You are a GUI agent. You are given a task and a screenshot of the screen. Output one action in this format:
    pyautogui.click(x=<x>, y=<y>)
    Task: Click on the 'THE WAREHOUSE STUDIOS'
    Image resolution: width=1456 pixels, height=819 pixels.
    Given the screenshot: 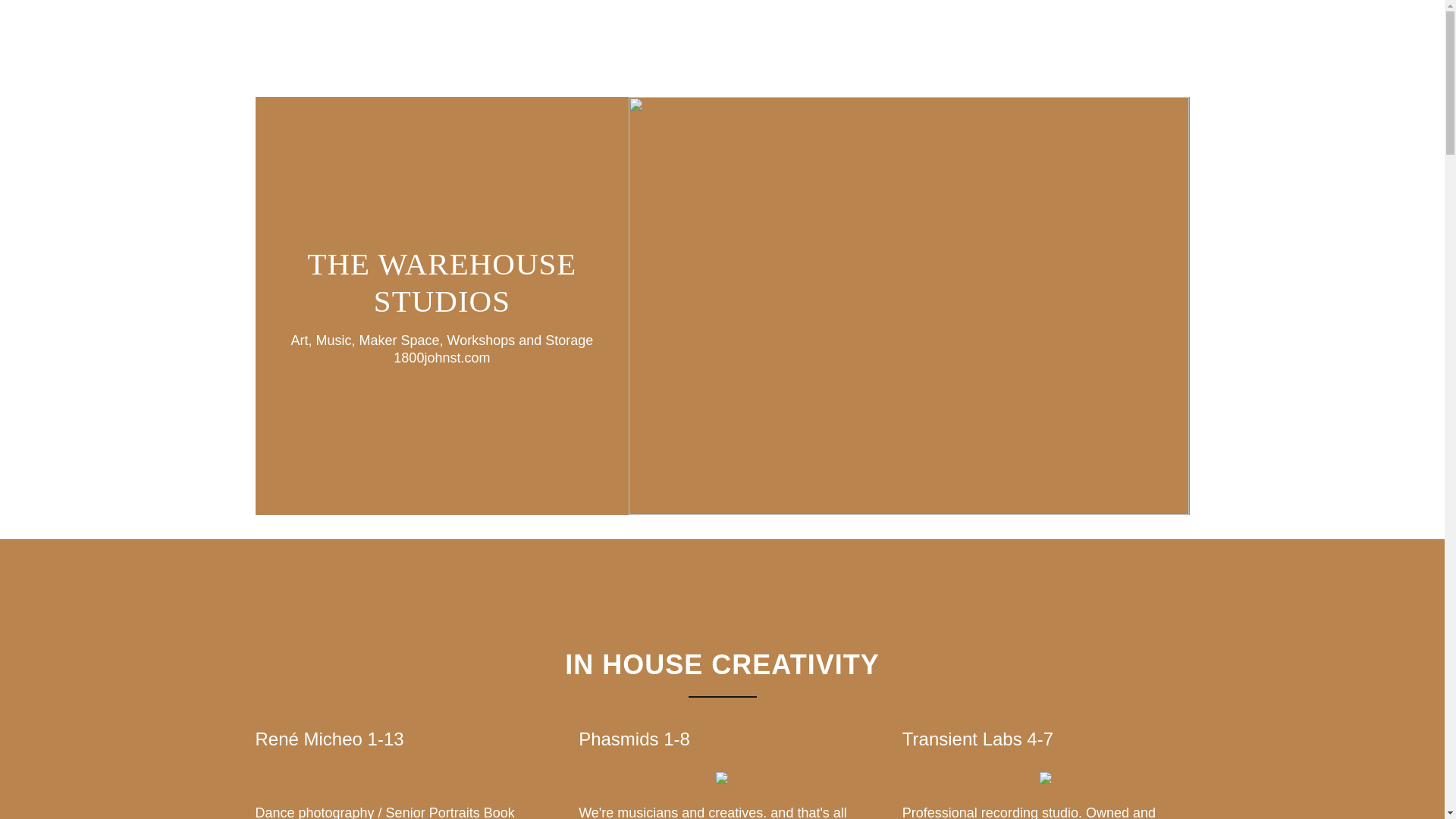 What is the action you would take?
    pyautogui.click(x=441, y=307)
    